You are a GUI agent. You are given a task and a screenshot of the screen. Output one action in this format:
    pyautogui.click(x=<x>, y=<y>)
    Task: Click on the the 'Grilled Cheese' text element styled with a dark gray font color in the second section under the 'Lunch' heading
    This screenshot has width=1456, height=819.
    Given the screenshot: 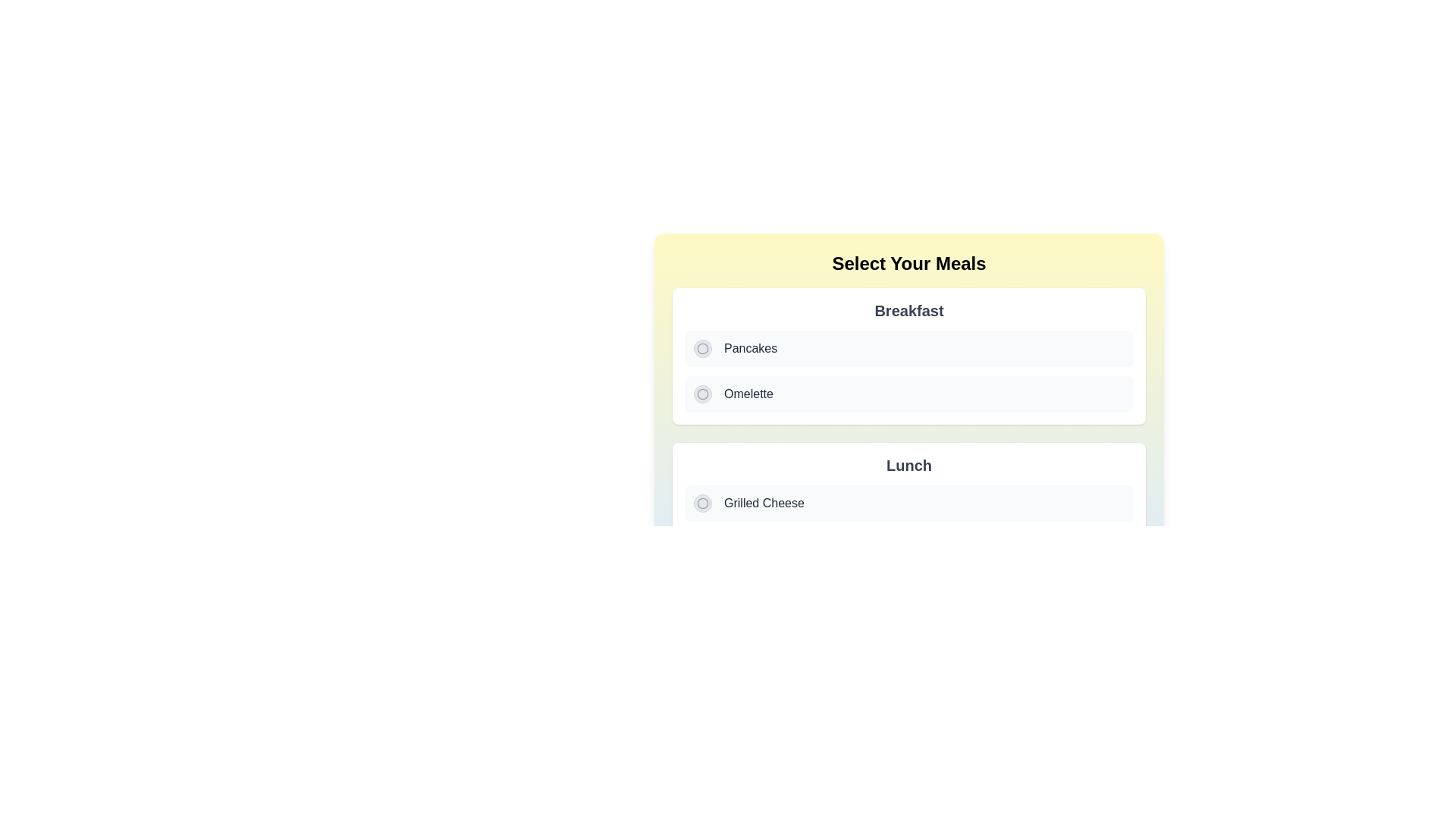 What is the action you would take?
    pyautogui.click(x=764, y=503)
    